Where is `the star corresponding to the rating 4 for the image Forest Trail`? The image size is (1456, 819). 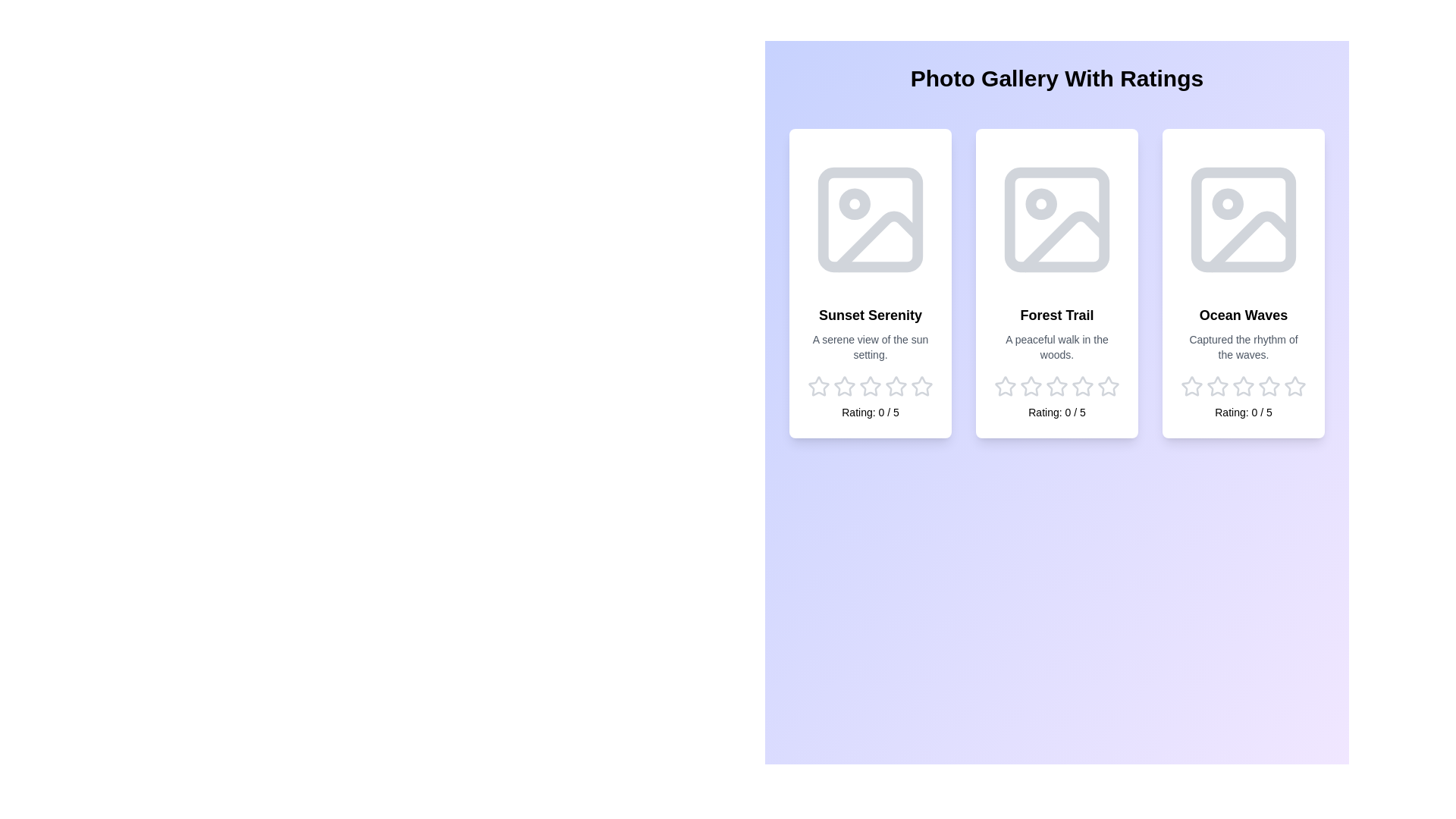
the star corresponding to the rating 4 for the image Forest Trail is located at coordinates (1082, 385).